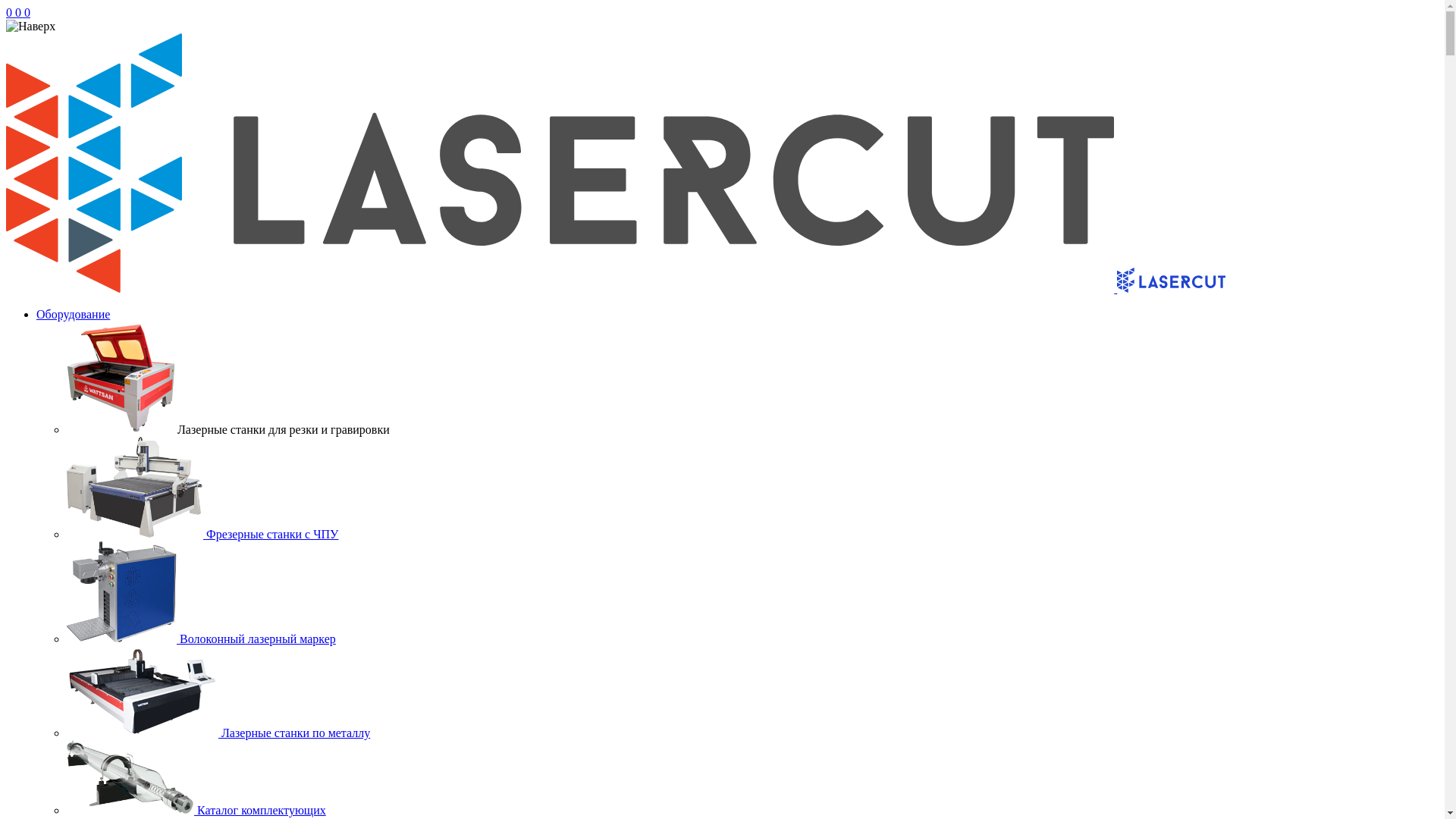 The image size is (1456, 819). Describe the element at coordinates (27, 12) in the screenshot. I see `'0'` at that location.